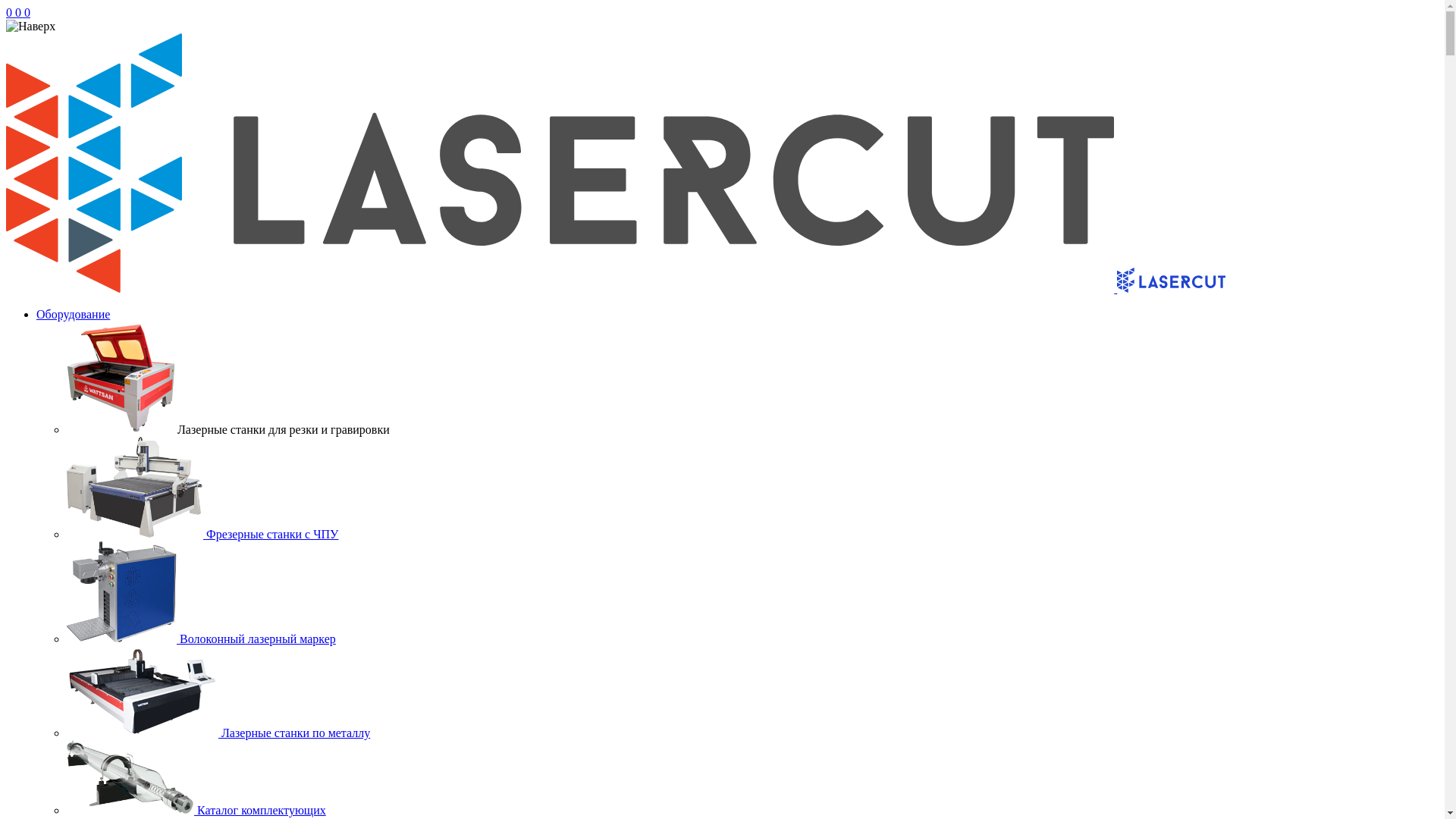 The image size is (1456, 819). Describe the element at coordinates (27, 12) in the screenshot. I see `'0'` at that location.